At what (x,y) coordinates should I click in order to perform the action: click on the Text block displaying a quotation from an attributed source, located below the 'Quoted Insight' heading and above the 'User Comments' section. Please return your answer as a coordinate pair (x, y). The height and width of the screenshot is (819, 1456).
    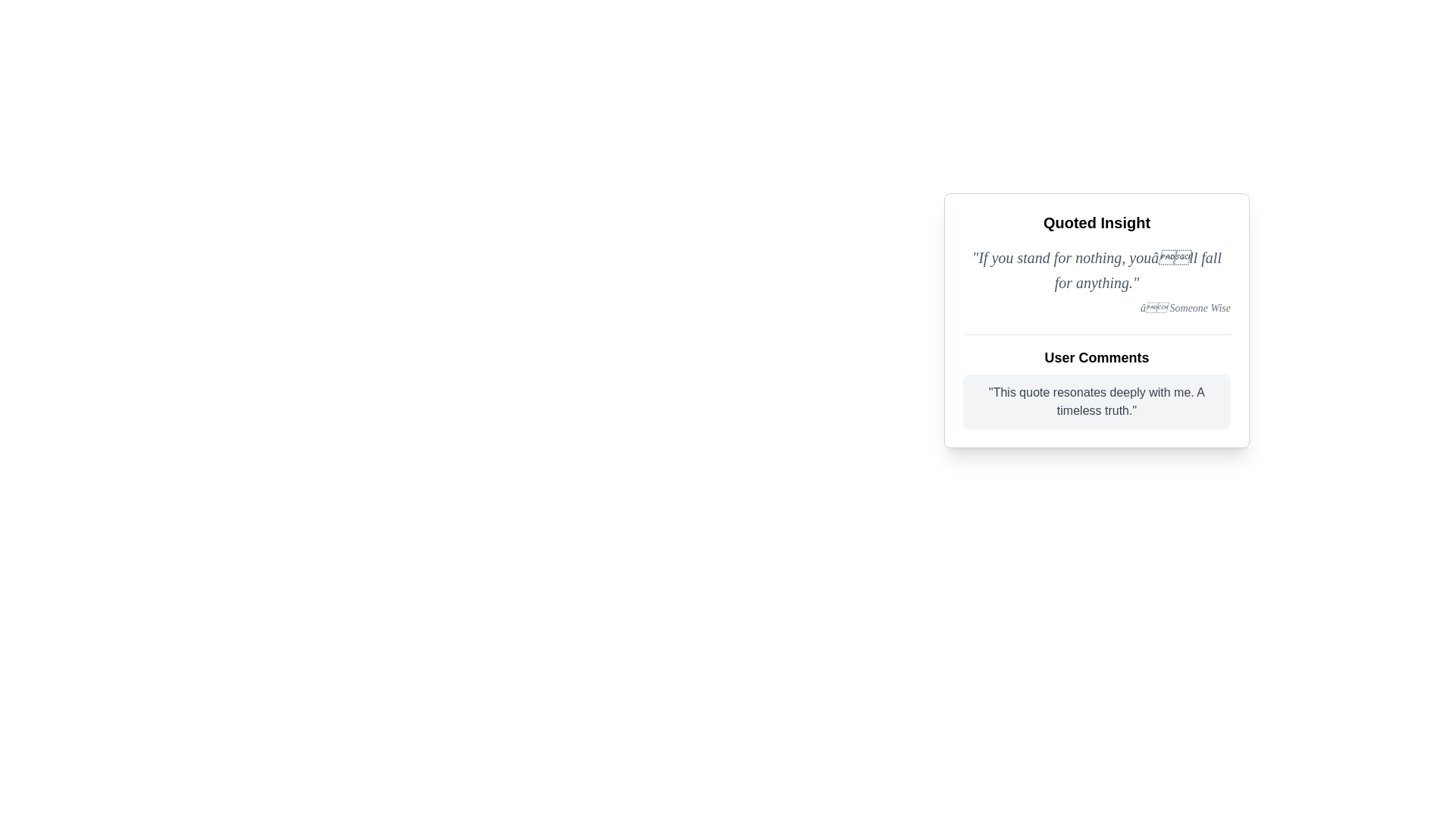
    Looking at the image, I should click on (1097, 281).